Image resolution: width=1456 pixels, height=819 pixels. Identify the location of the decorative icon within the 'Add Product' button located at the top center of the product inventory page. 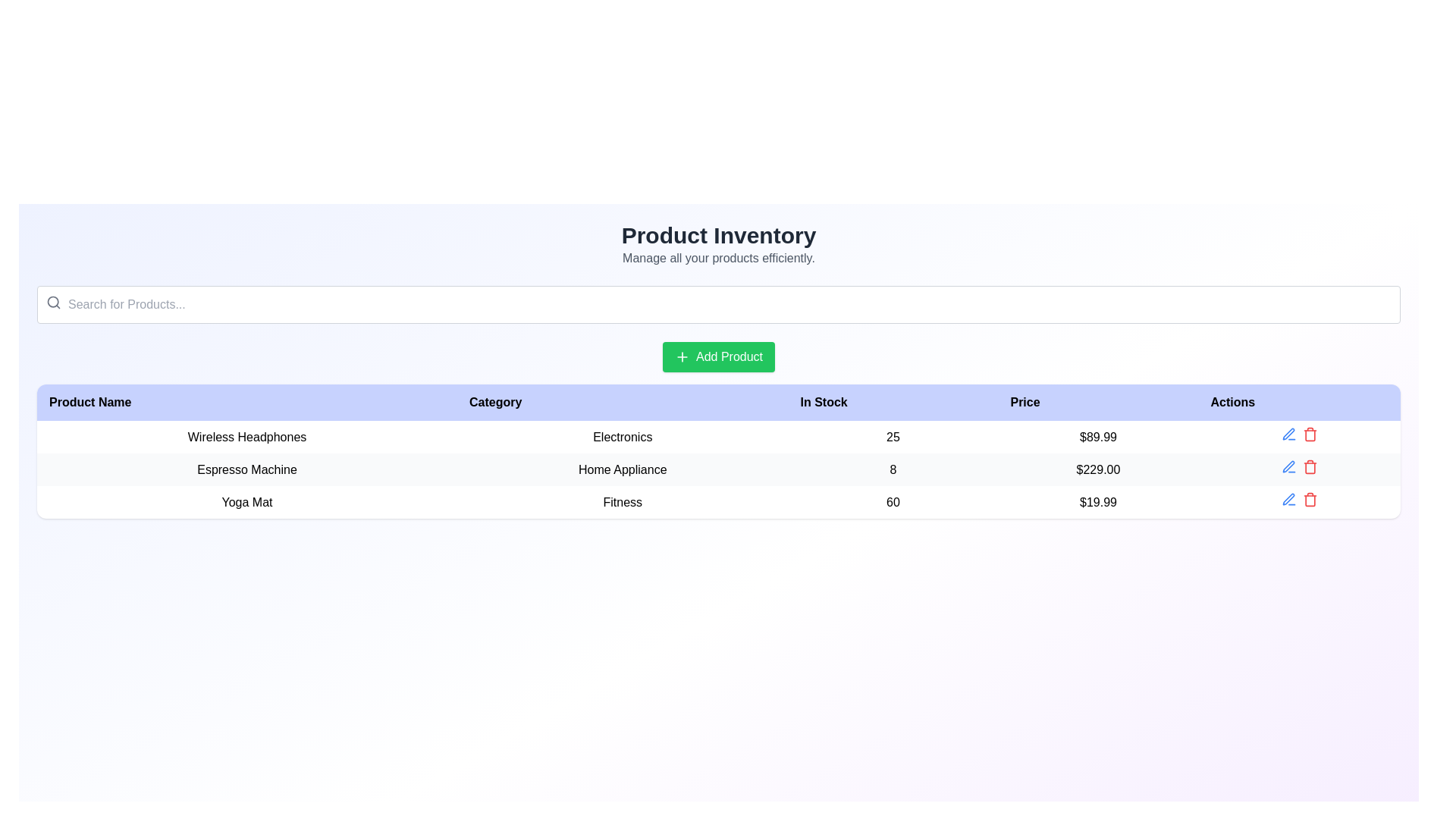
(681, 356).